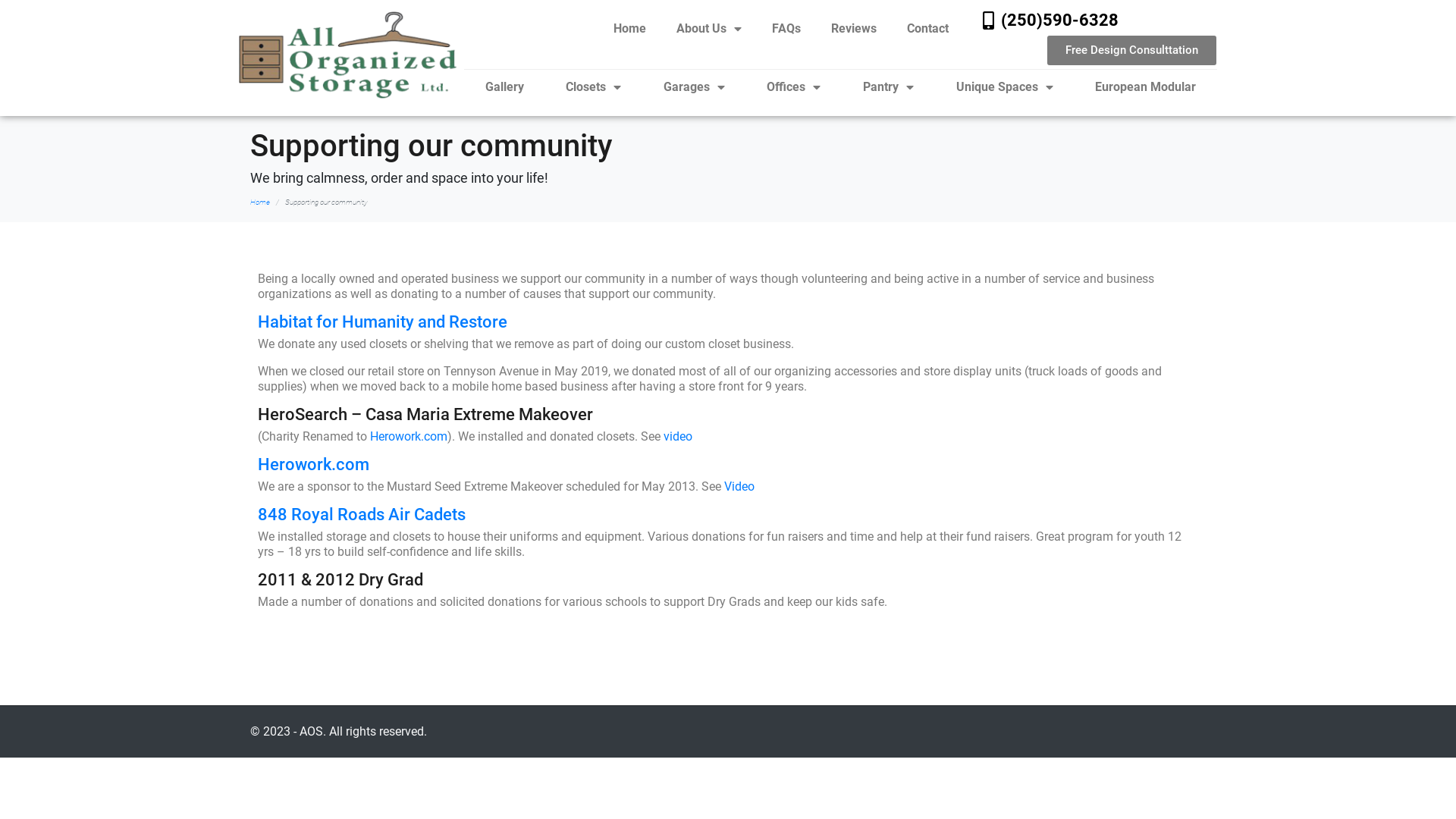 Image resolution: width=1456 pixels, height=819 pixels. What do you see at coordinates (723, 486) in the screenshot?
I see `'Video'` at bounding box center [723, 486].